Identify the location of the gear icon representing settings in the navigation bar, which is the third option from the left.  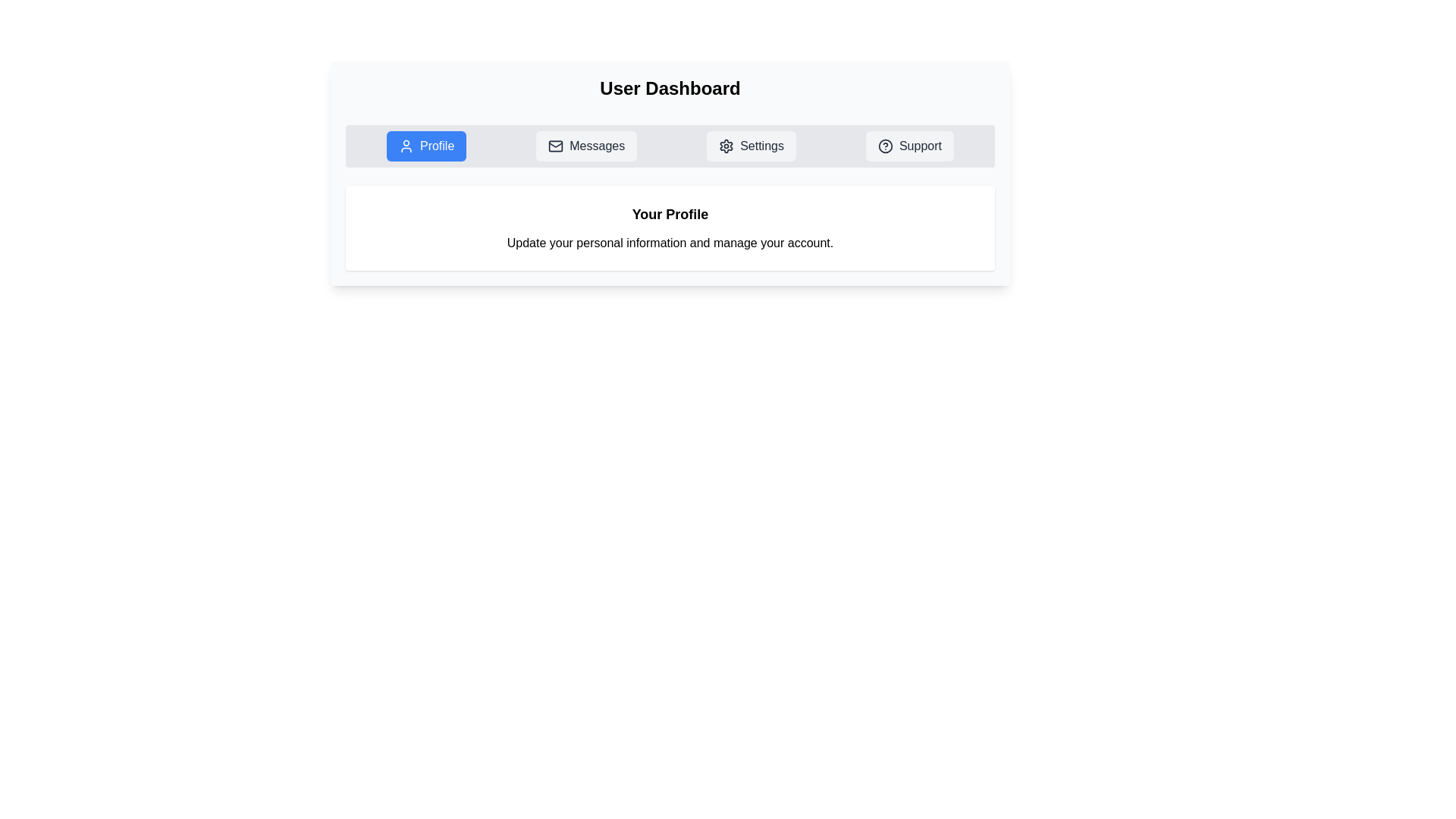
(726, 146).